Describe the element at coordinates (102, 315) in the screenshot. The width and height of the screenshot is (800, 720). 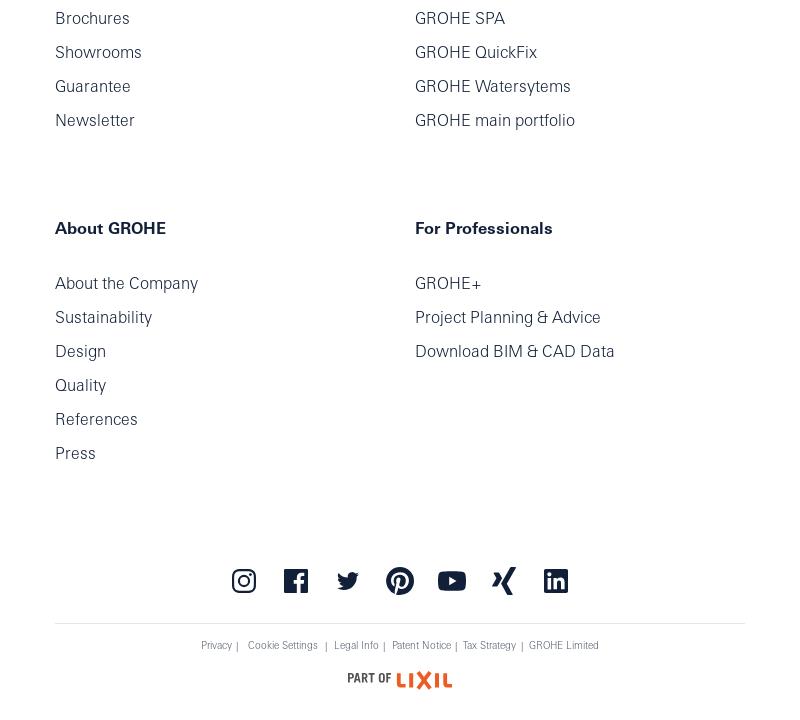
I see `'Sustainability'` at that location.